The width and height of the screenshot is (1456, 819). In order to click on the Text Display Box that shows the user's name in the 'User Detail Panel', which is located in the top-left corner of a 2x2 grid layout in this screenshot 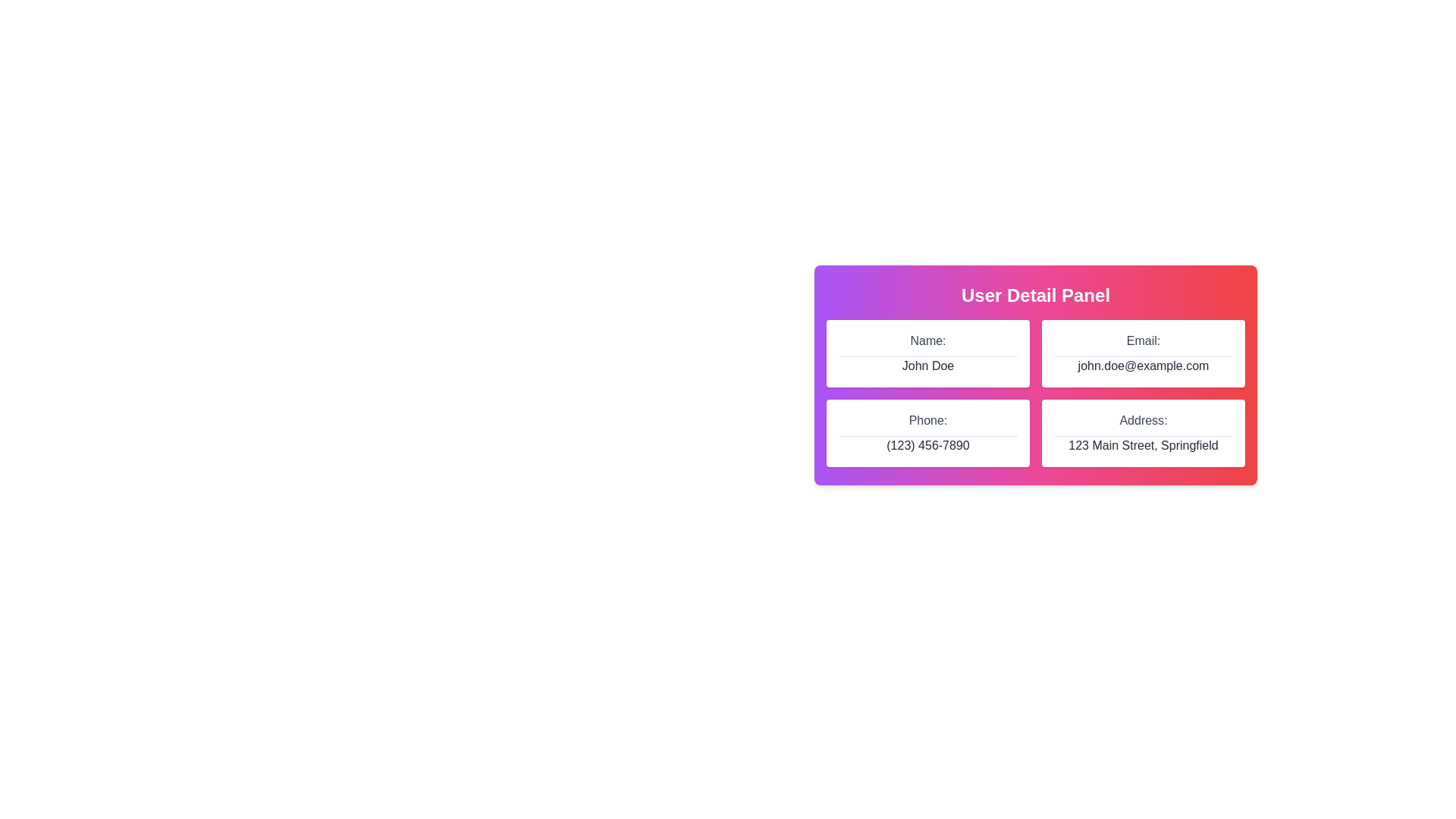, I will do `click(927, 353)`.